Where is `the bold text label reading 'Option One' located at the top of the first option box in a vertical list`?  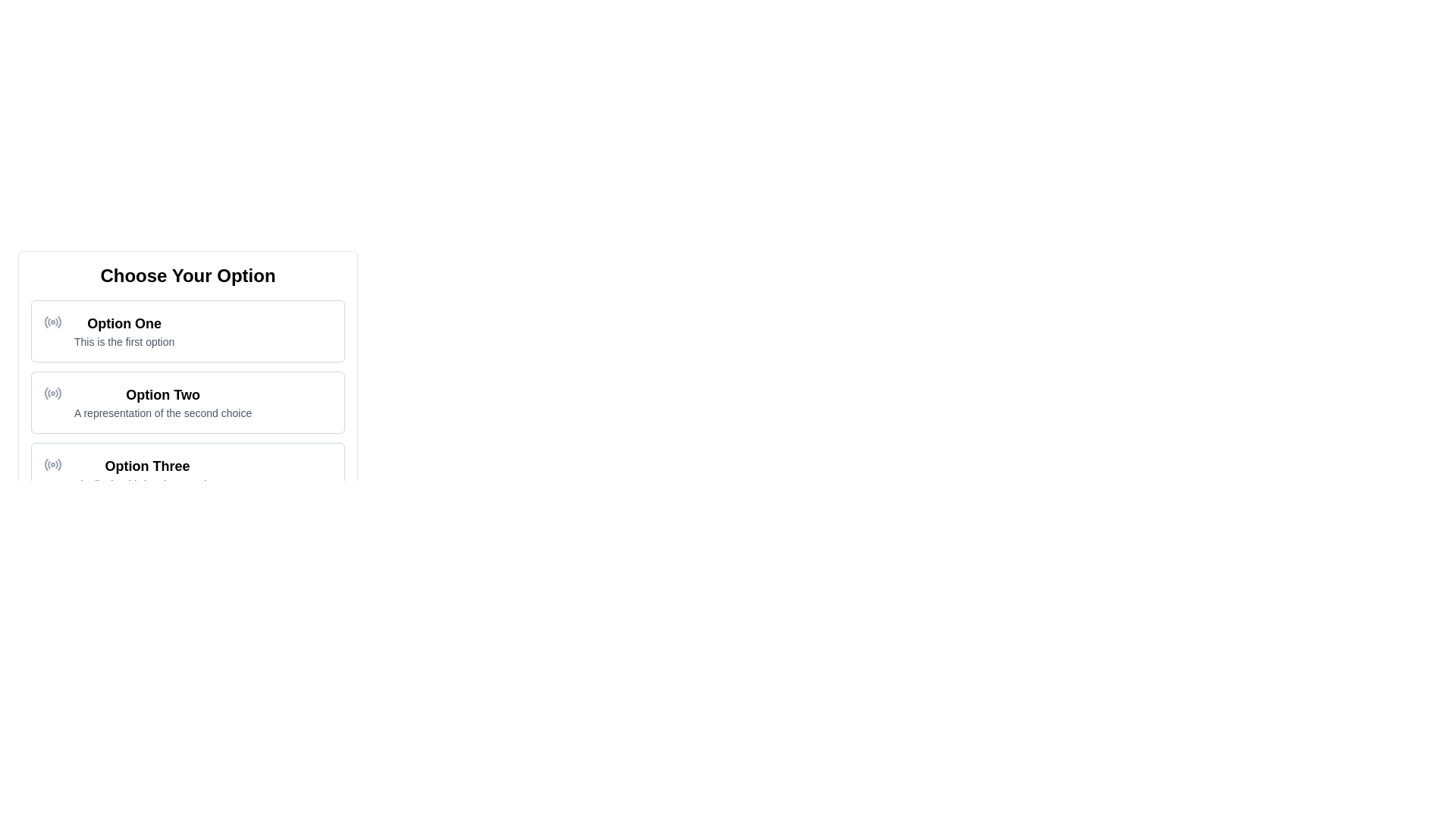 the bold text label reading 'Option One' located at the top of the first option box in a vertical list is located at coordinates (124, 323).